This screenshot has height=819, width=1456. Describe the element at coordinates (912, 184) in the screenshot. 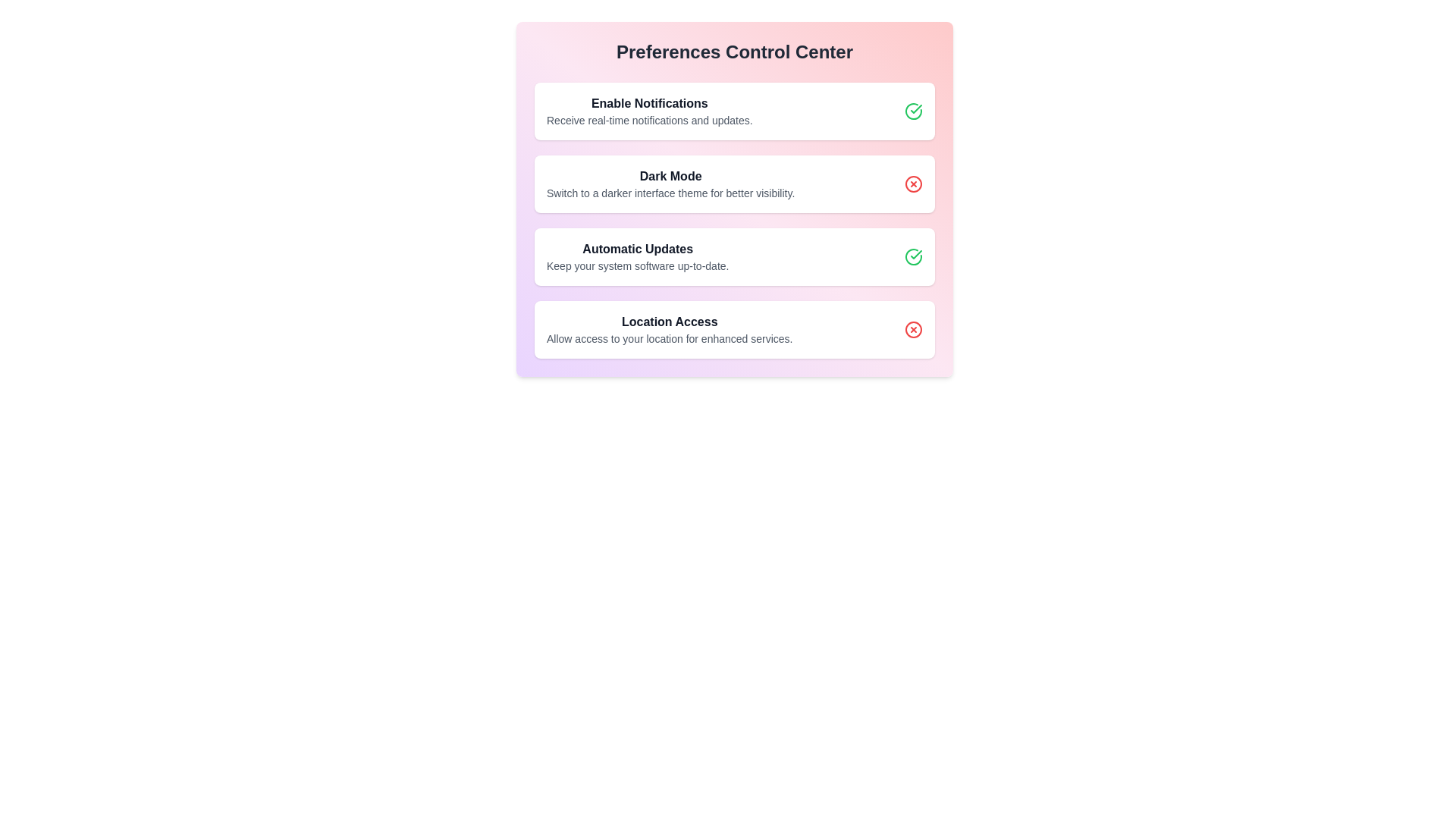

I see `the interactive indicator button located near the top-right corner of the 'Dark Mode' section in the 'Preferences Control Center' panel` at that location.